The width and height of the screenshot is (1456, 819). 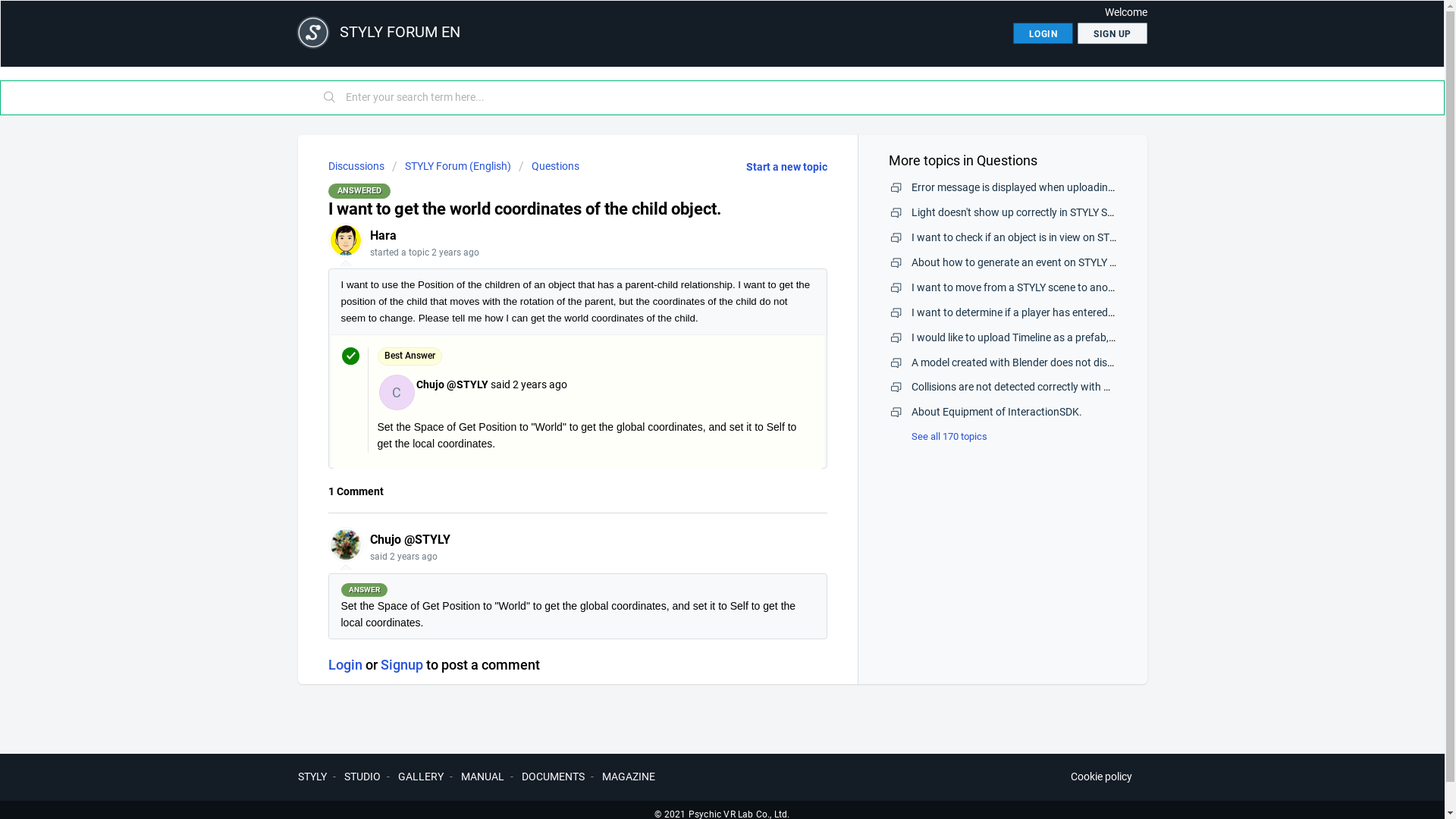 What do you see at coordinates (1033, 385) in the screenshot?
I see `'Collisions are not detected correctly with PlayMaker.'` at bounding box center [1033, 385].